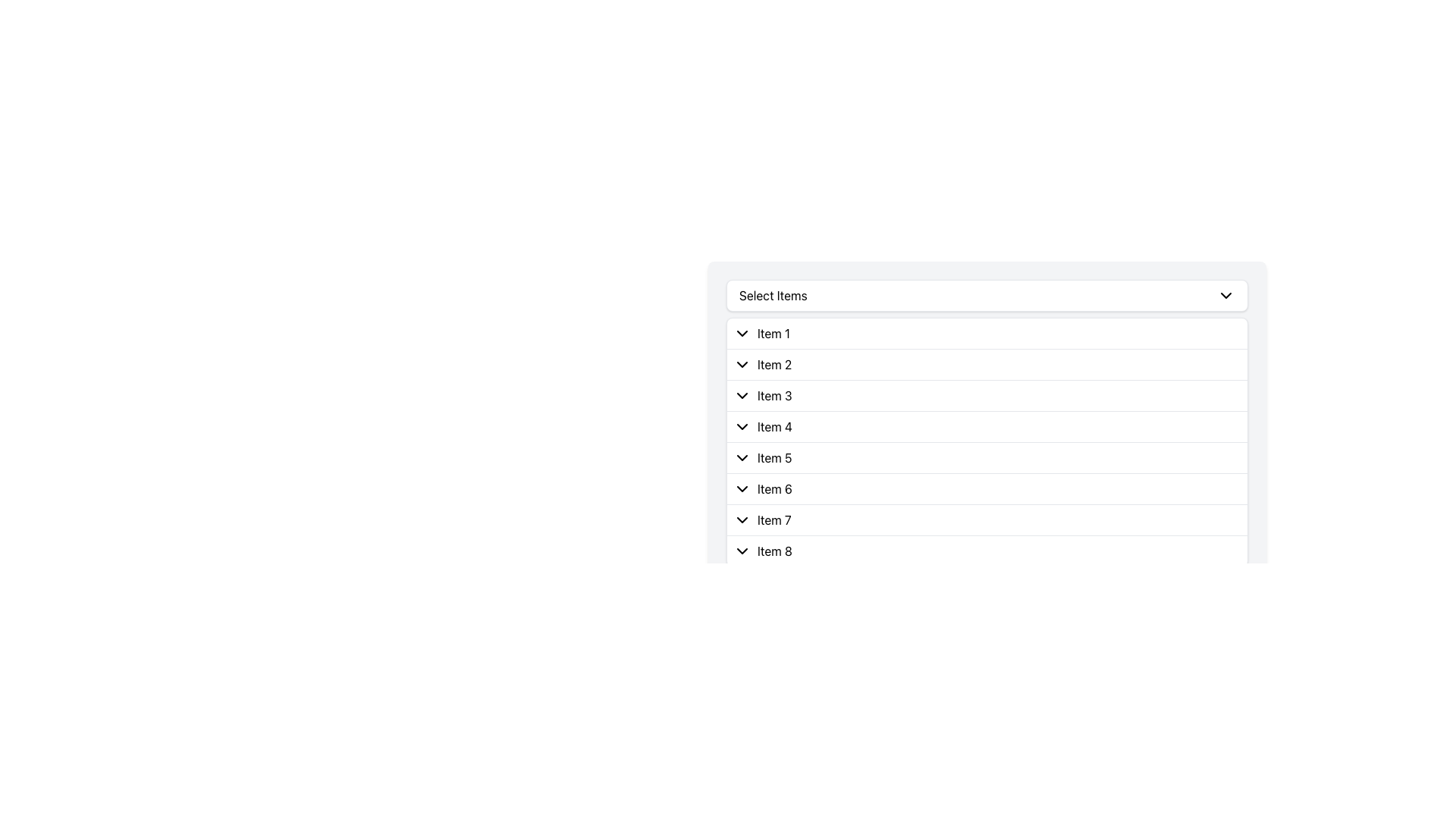 The height and width of the screenshot is (819, 1456). Describe the element at coordinates (742, 457) in the screenshot. I see `the small downward-facing chevron icon located to the left of the 'Item 5' label` at that location.